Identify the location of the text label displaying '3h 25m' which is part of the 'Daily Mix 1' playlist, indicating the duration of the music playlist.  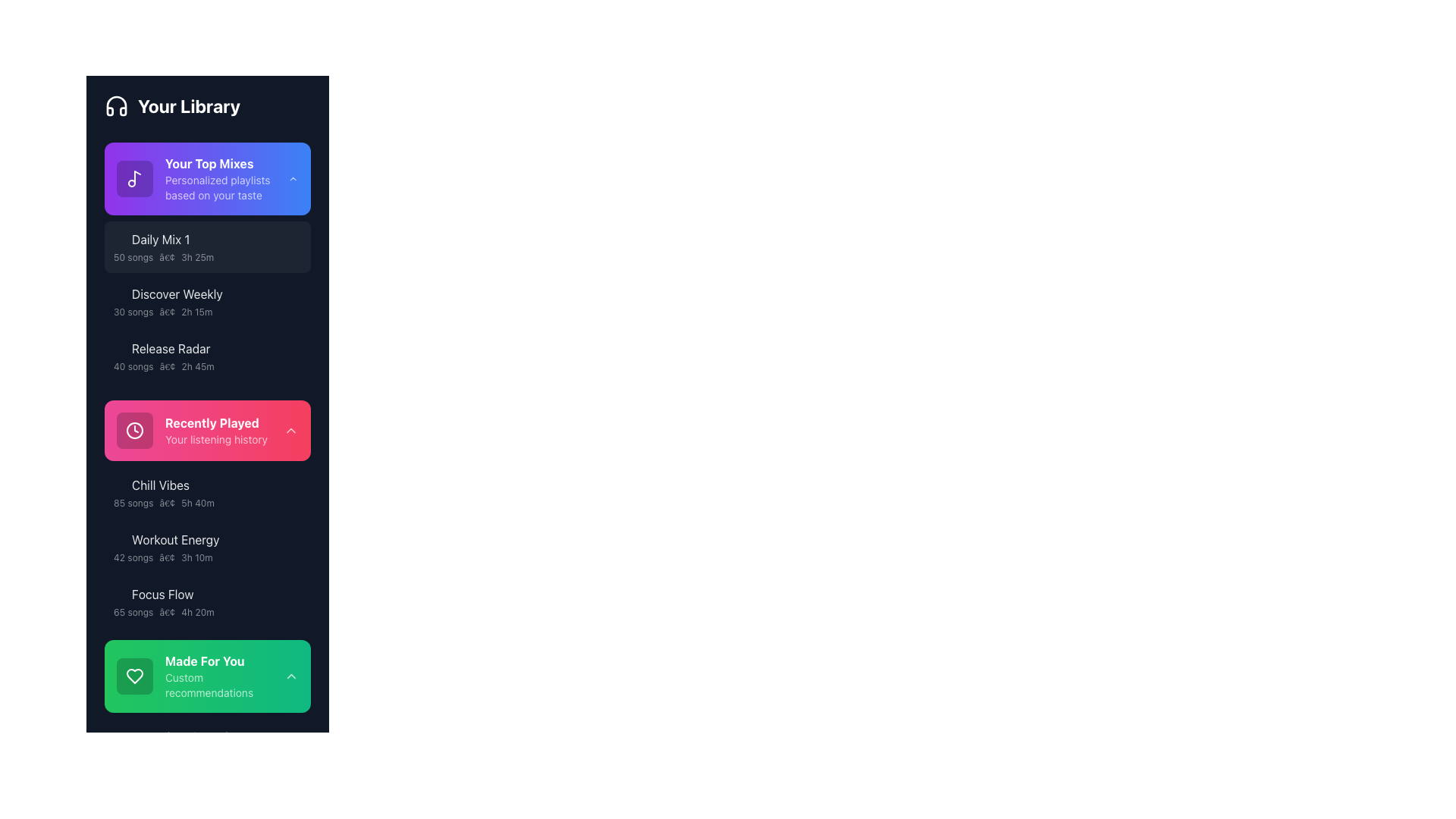
(196, 256).